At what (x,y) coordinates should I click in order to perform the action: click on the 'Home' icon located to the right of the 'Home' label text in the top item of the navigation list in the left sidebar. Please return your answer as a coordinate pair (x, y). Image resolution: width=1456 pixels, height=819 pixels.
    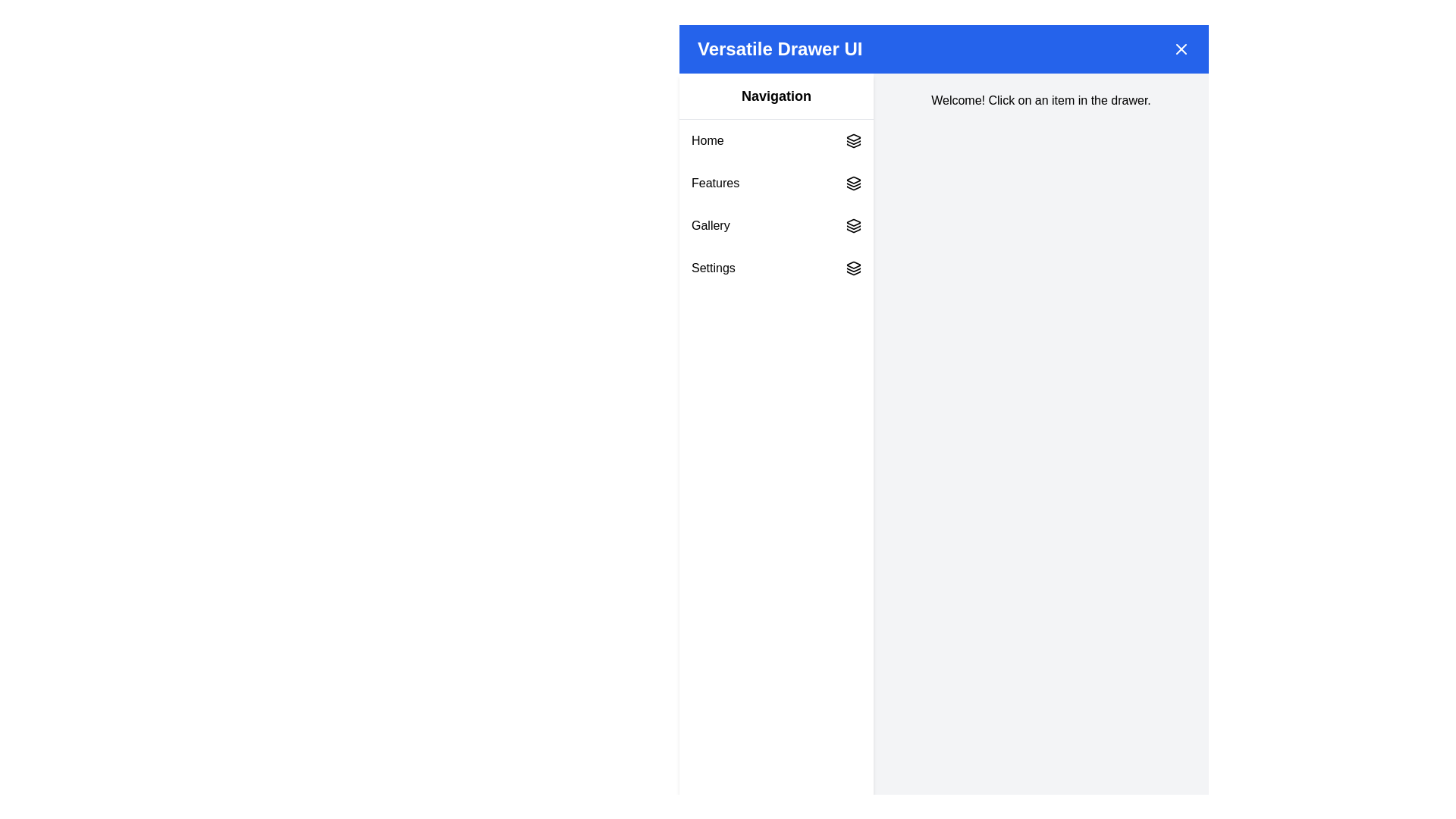
    Looking at the image, I should click on (854, 140).